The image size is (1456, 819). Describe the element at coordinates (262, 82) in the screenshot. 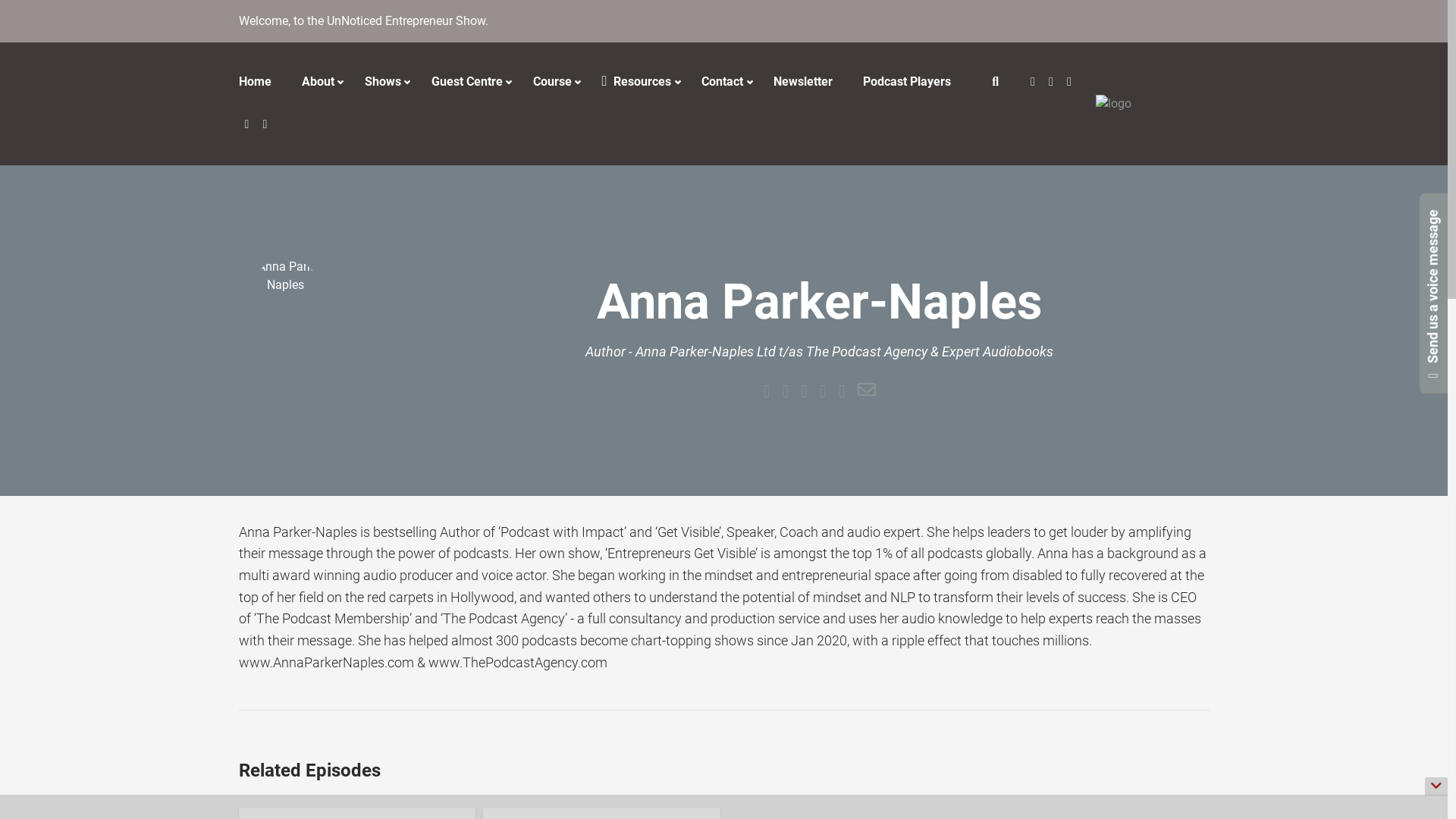

I see `'Home'` at that location.